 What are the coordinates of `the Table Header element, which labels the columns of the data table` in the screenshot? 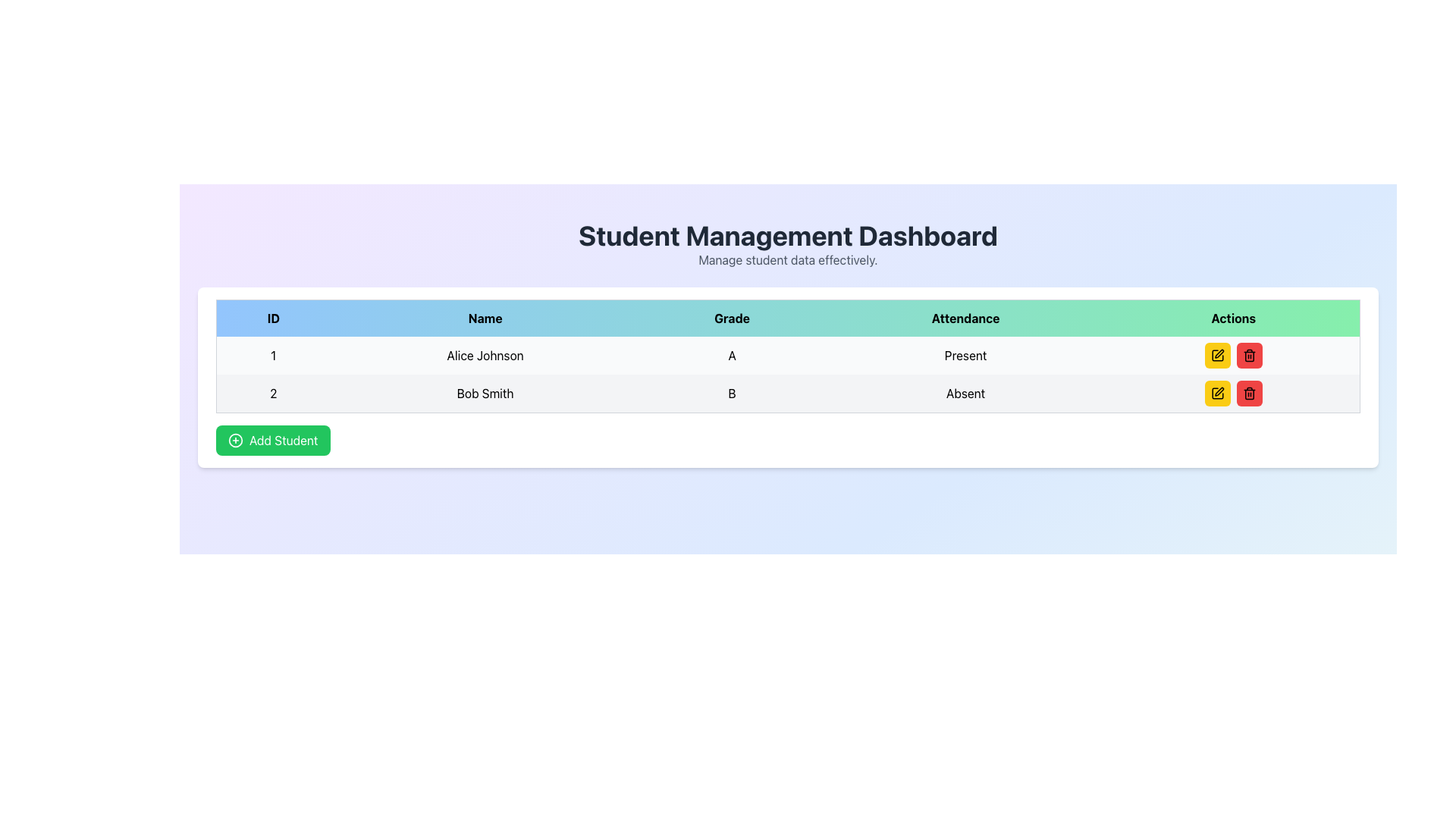 It's located at (788, 317).